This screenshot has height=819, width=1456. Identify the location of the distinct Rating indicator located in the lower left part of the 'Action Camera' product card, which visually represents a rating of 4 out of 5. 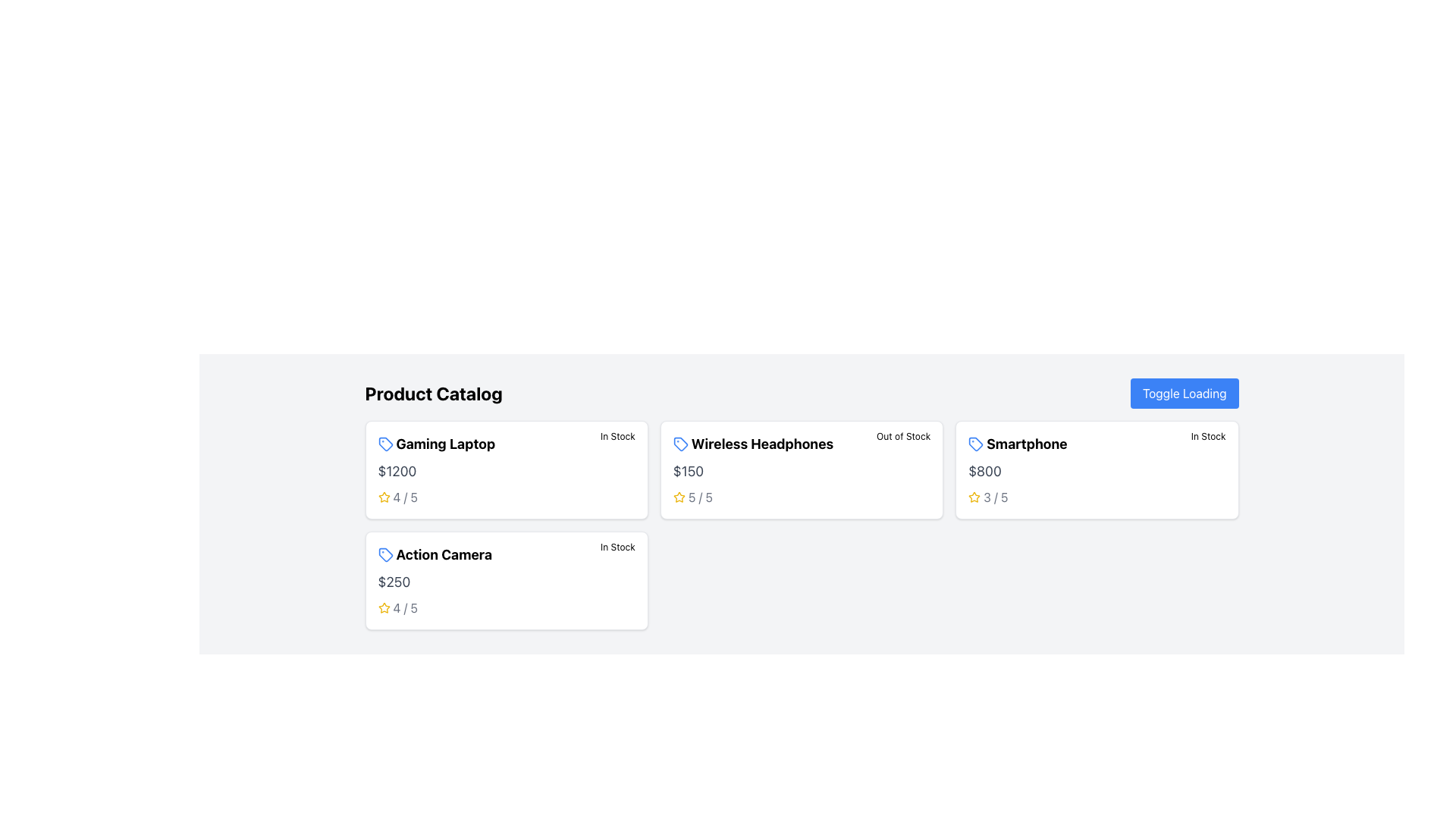
(397, 607).